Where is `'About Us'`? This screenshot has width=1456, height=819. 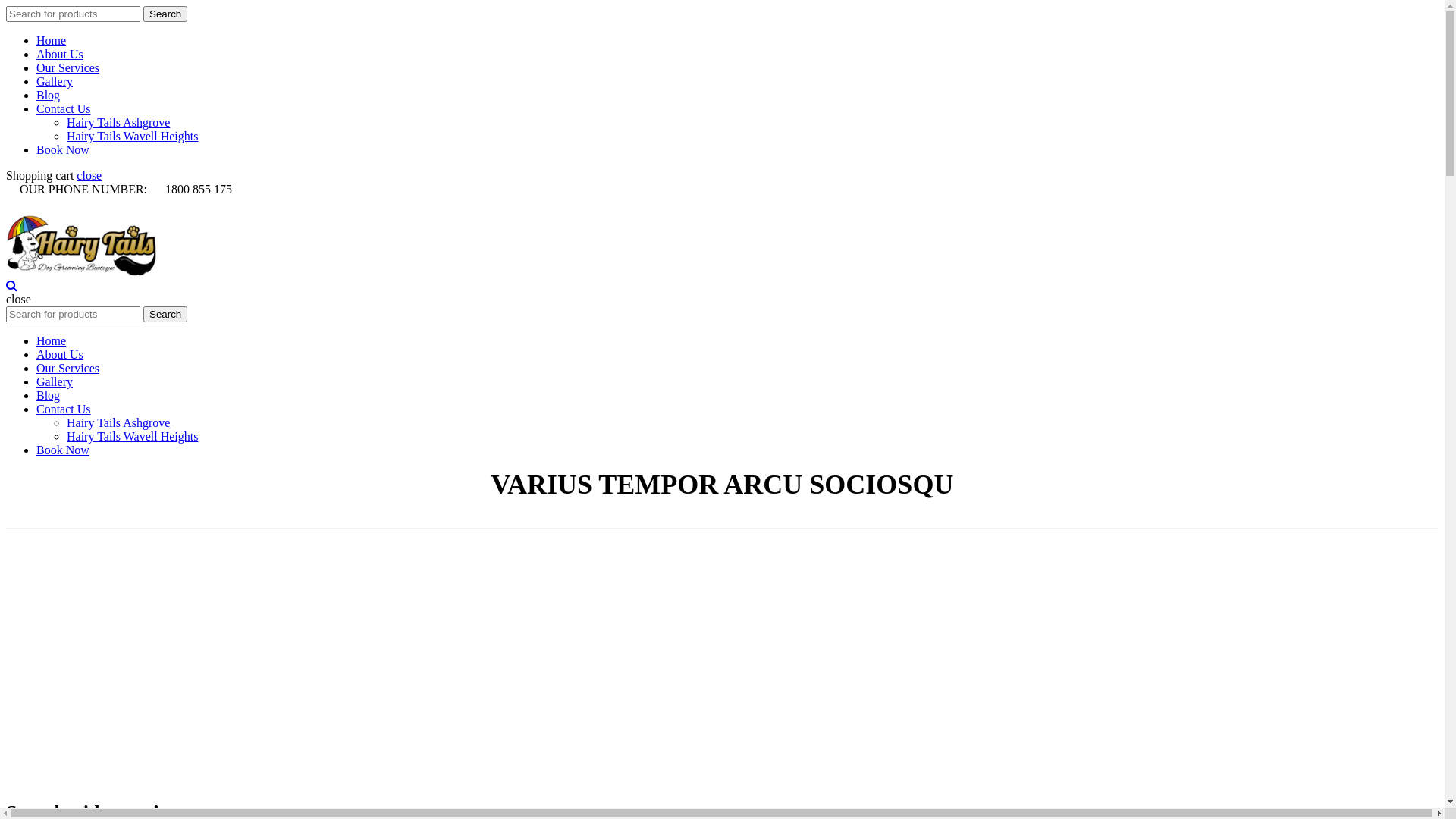
'About Us' is located at coordinates (59, 354).